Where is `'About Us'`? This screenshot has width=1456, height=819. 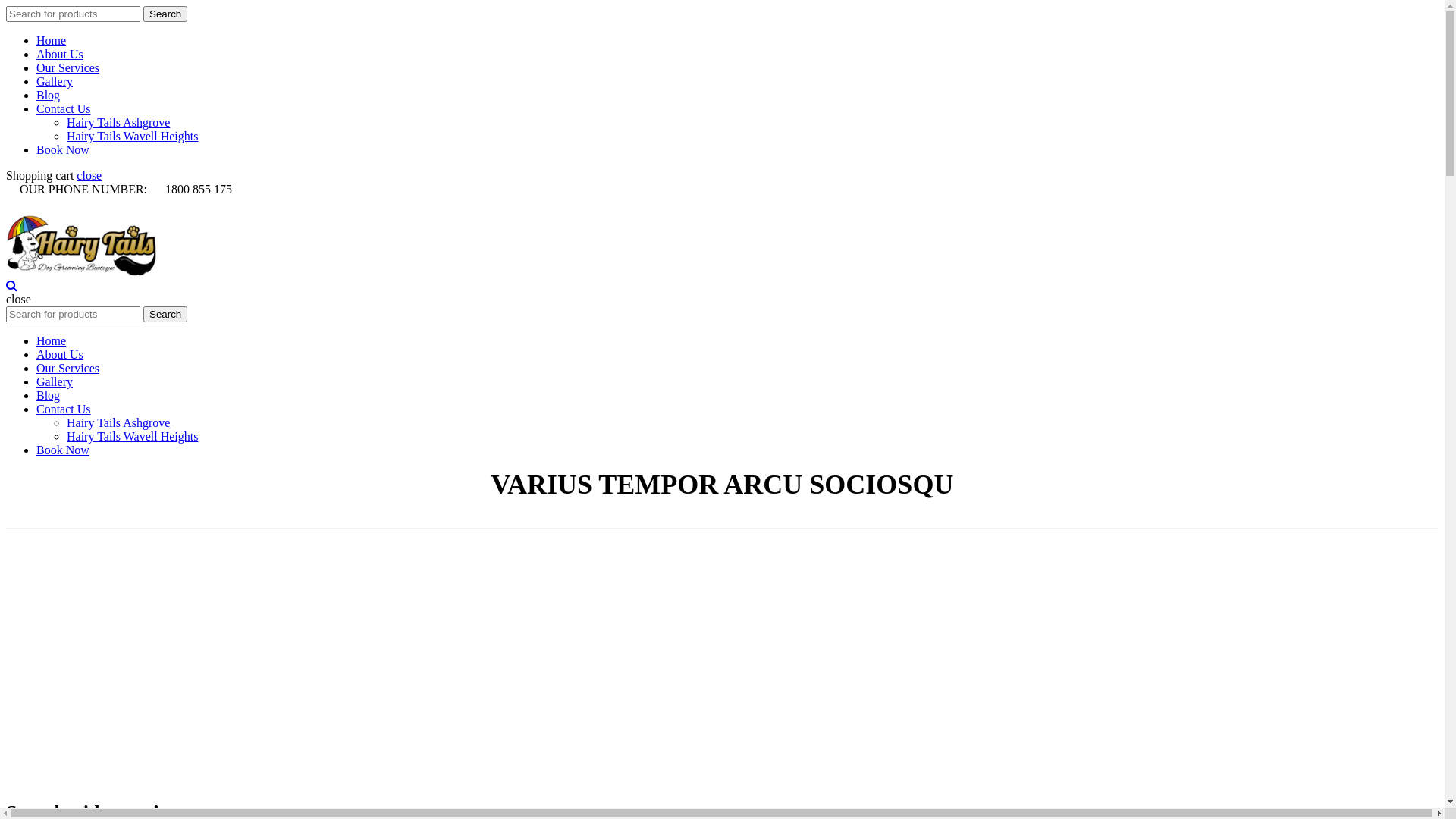
'About Us' is located at coordinates (59, 354).